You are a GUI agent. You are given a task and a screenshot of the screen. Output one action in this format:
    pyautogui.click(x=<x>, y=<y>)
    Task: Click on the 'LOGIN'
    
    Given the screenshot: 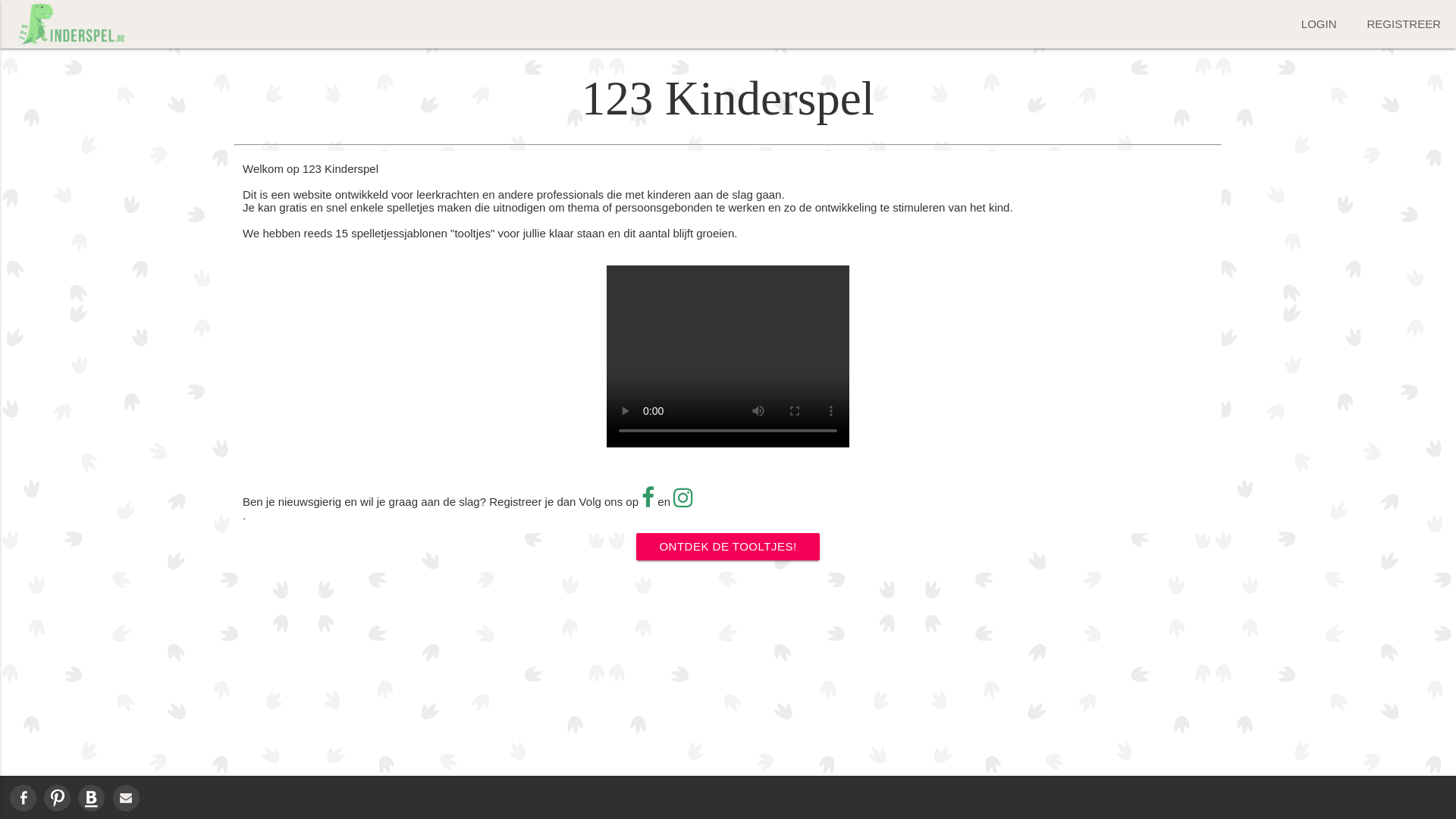 What is the action you would take?
    pyautogui.click(x=1318, y=24)
    